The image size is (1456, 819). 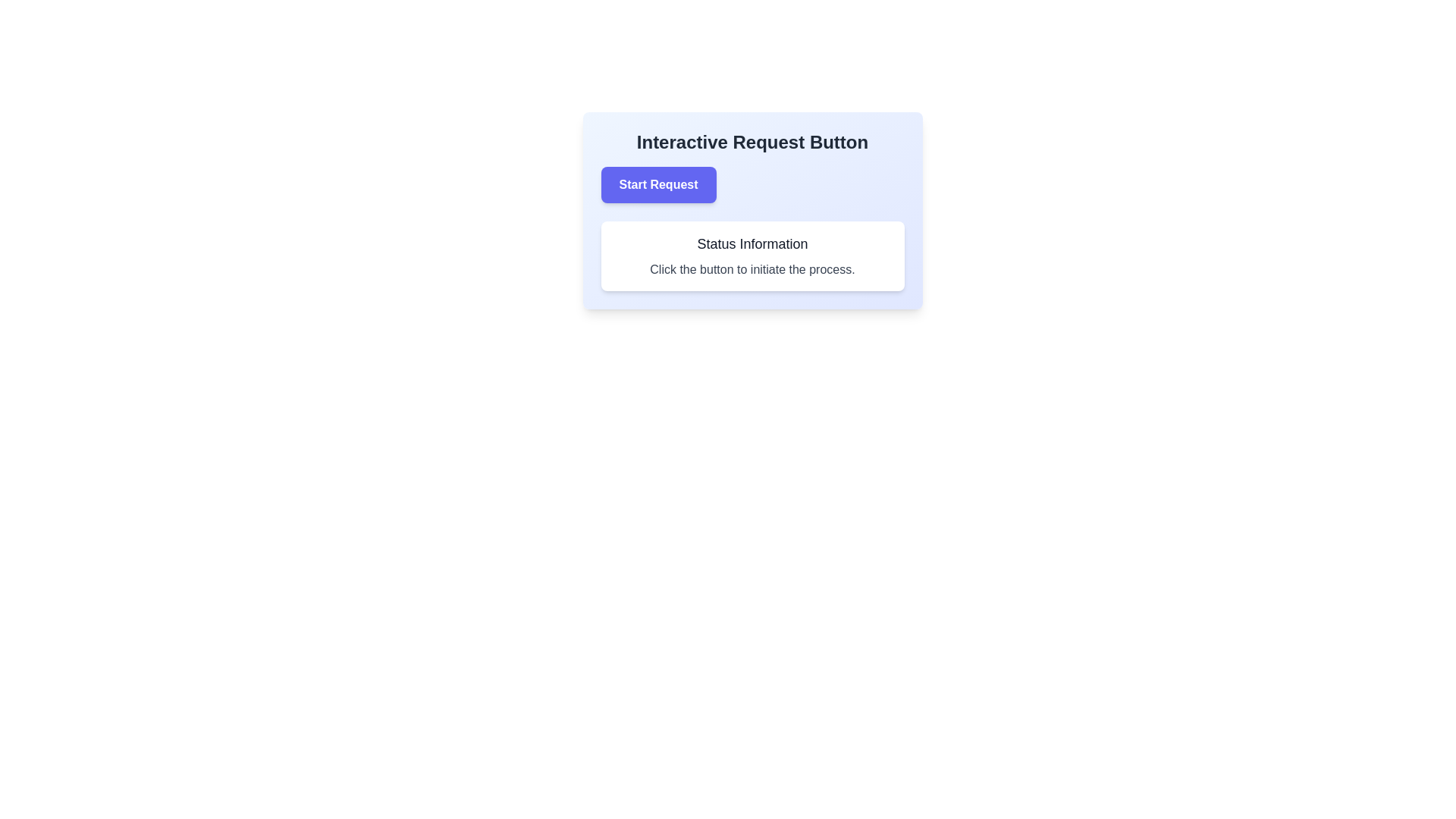 What do you see at coordinates (752, 143) in the screenshot?
I see `the Text label or heading at the top of the card layout, which serves as a title for the section beneath it` at bounding box center [752, 143].